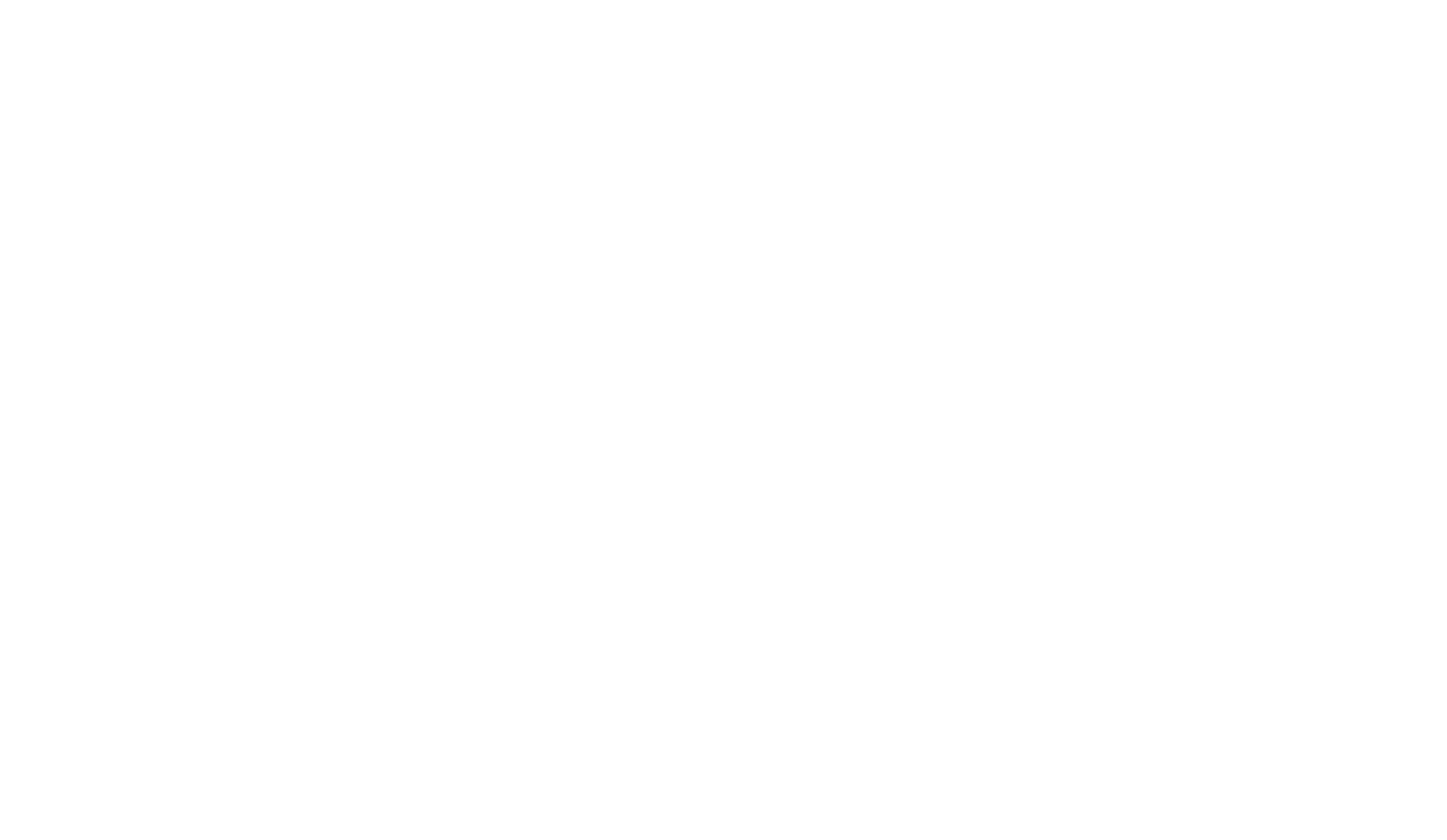  Describe the element at coordinates (723, 553) in the screenshot. I see `'Cascais'` at that location.